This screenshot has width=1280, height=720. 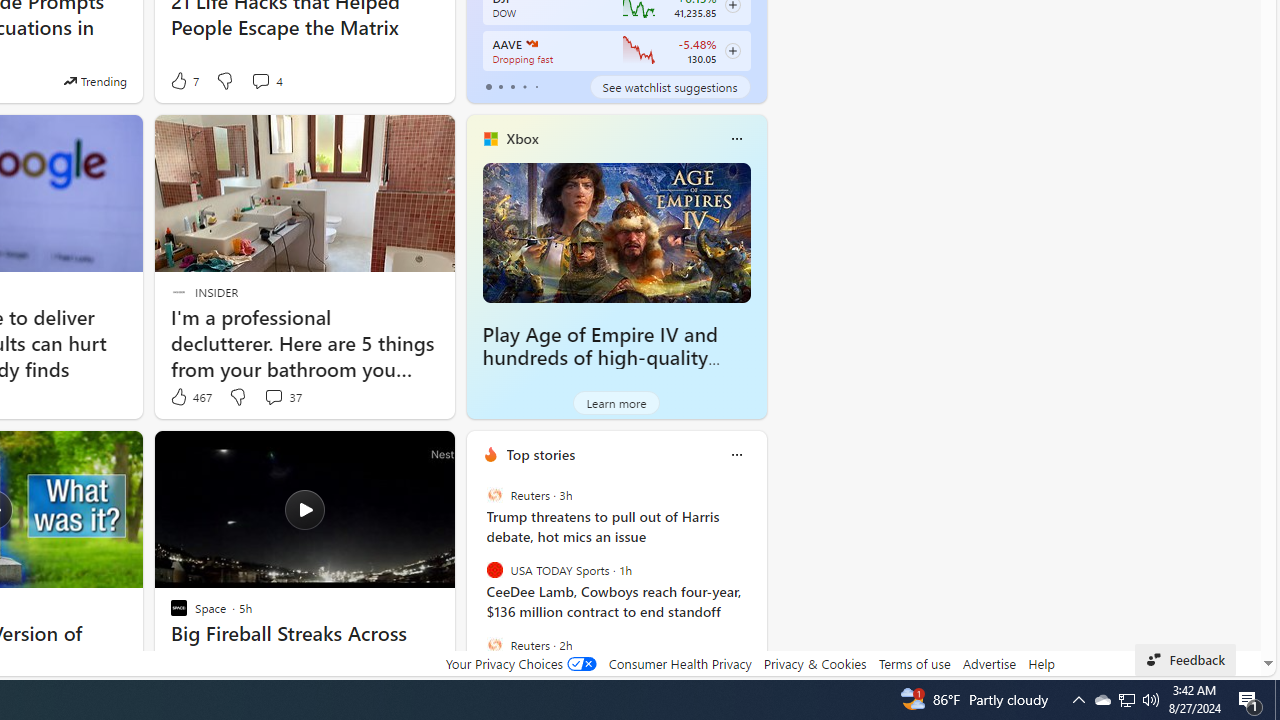 I want to click on 'View comments 4 Comment', so click(x=265, y=80).